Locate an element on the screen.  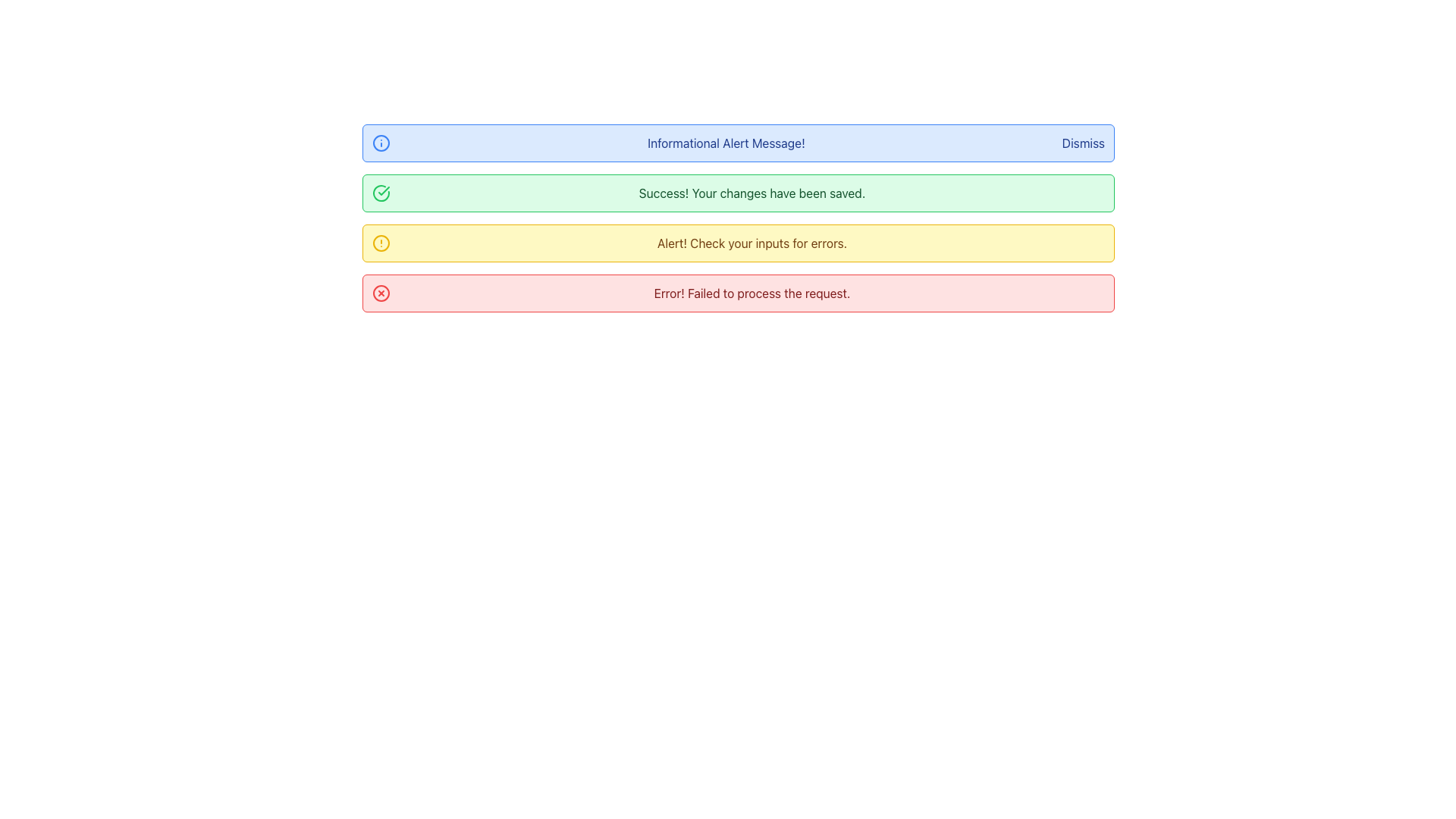
the static text element that conveys confirmation of a successful action, which is located within a green notification box, positioned to the right of a green checkmark icon is located at coordinates (752, 192).